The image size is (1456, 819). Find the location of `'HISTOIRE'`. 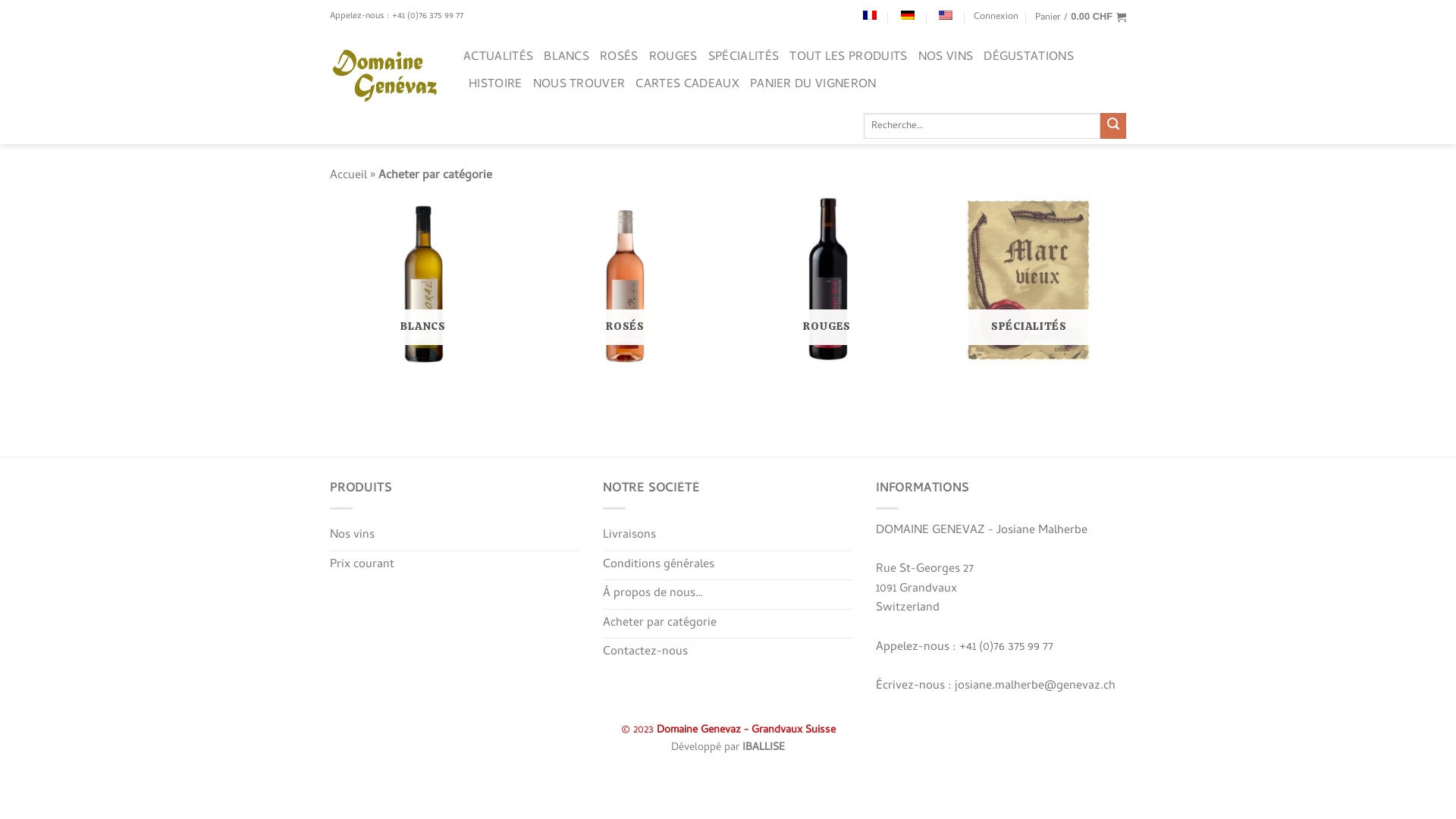

'HISTOIRE' is located at coordinates (495, 84).